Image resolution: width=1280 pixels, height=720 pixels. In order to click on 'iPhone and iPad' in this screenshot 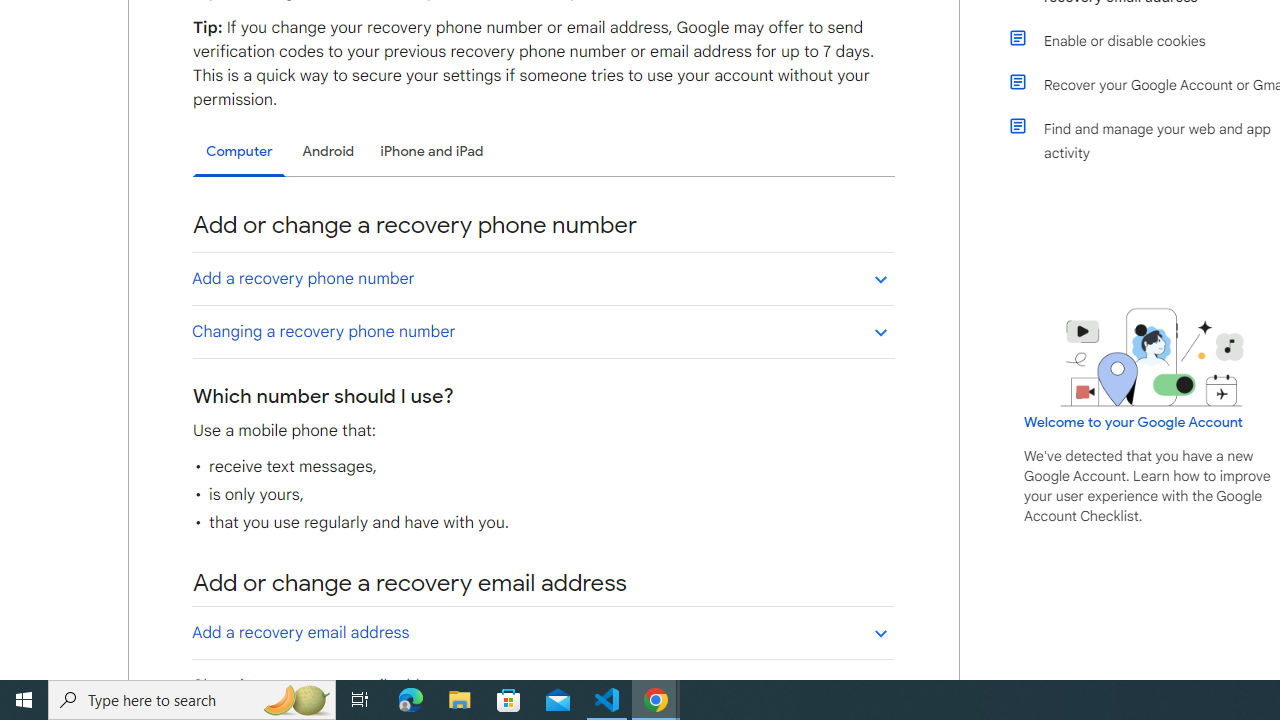, I will do `click(431, 150)`.